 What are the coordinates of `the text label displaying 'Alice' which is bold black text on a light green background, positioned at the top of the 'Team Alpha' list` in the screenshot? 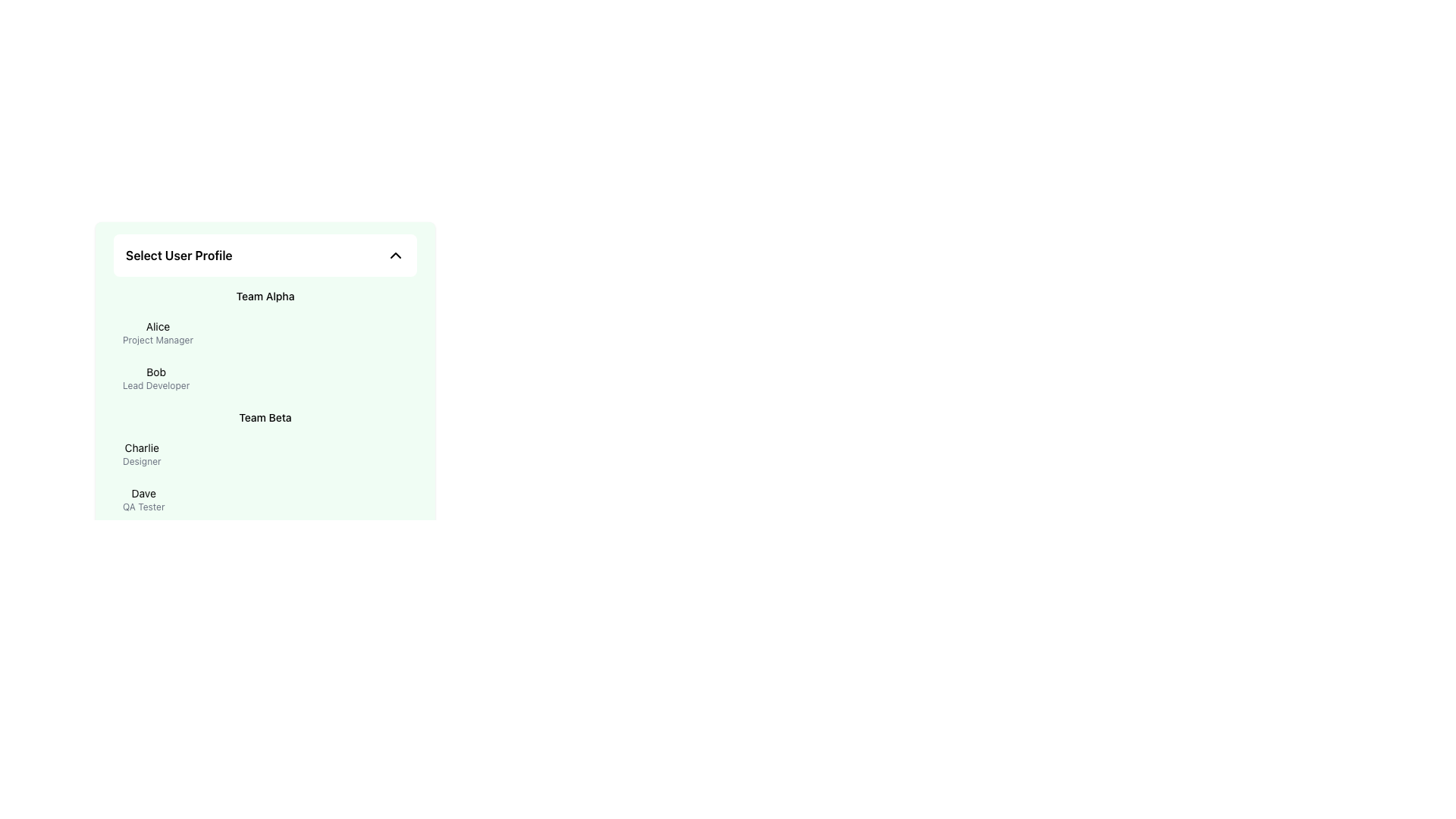 It's located at (158, 332).